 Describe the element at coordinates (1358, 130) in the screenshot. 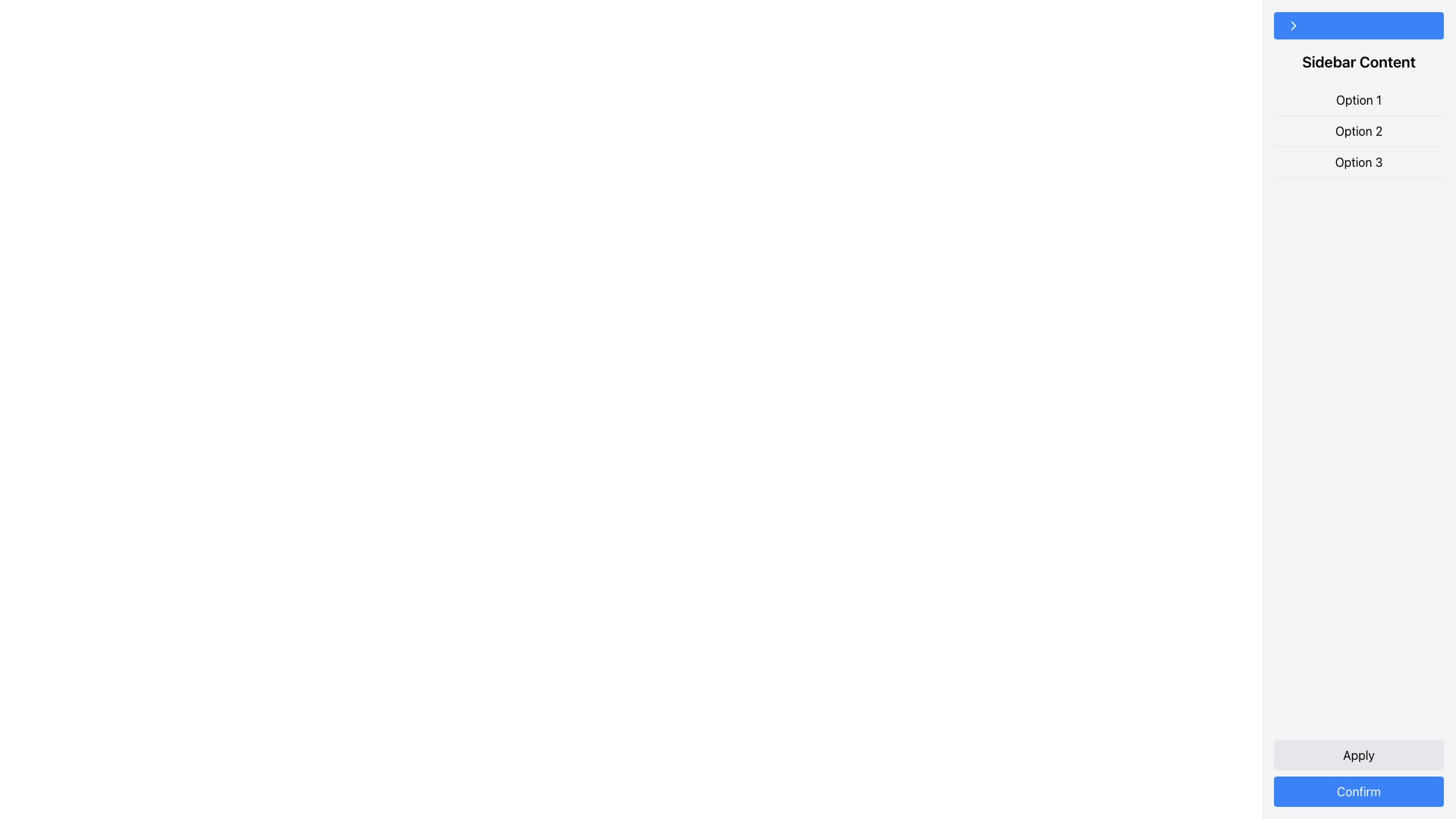

I see `the vertical list of selectable options labeled 'Option 1', 'Option 2', and 'Option 3' located under the 'Sidebar Content' heading` at that location.